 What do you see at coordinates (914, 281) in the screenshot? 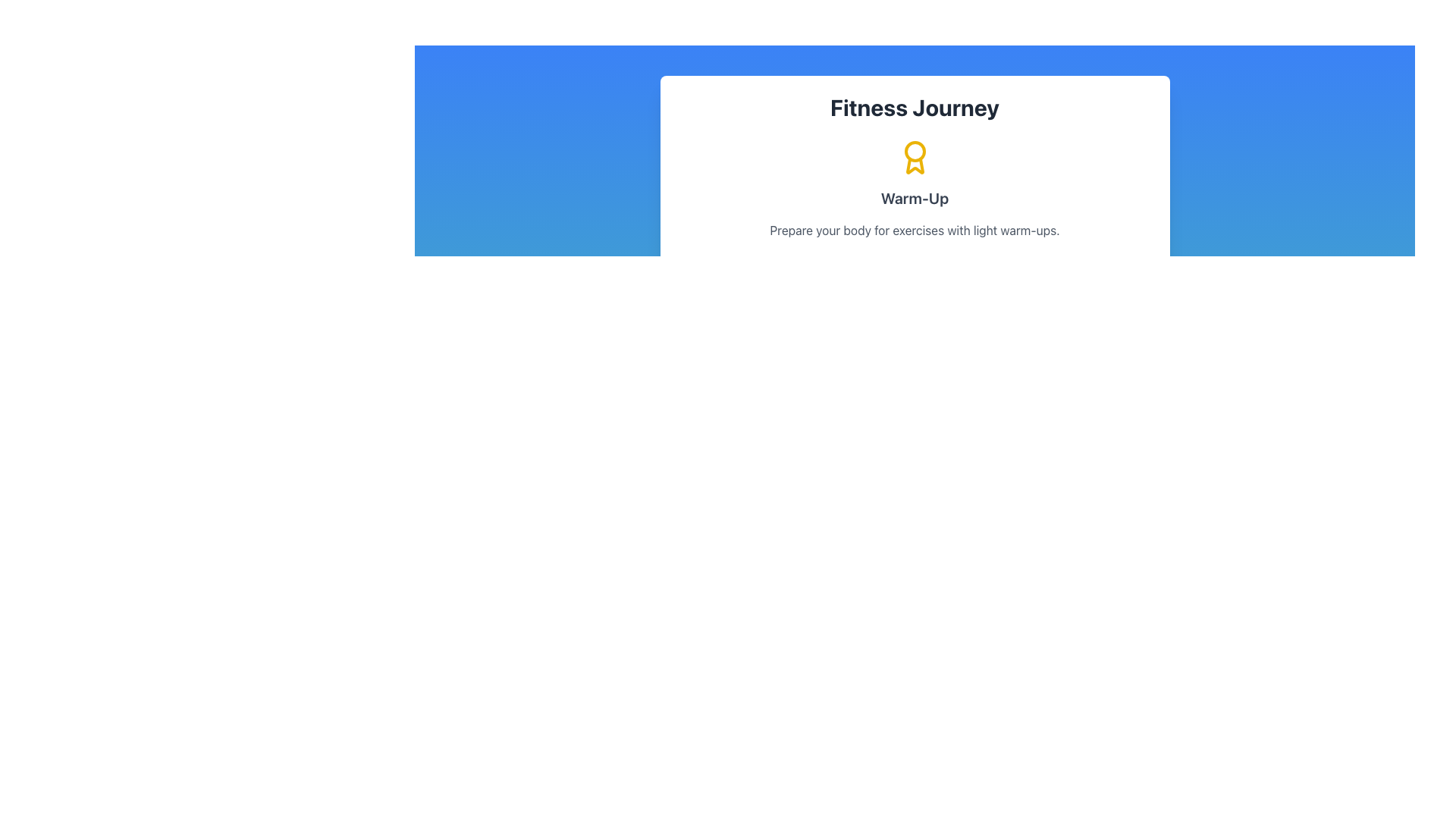
I see `the navigation buttons located at the bottom of the card` at bounding box center [914, 281].